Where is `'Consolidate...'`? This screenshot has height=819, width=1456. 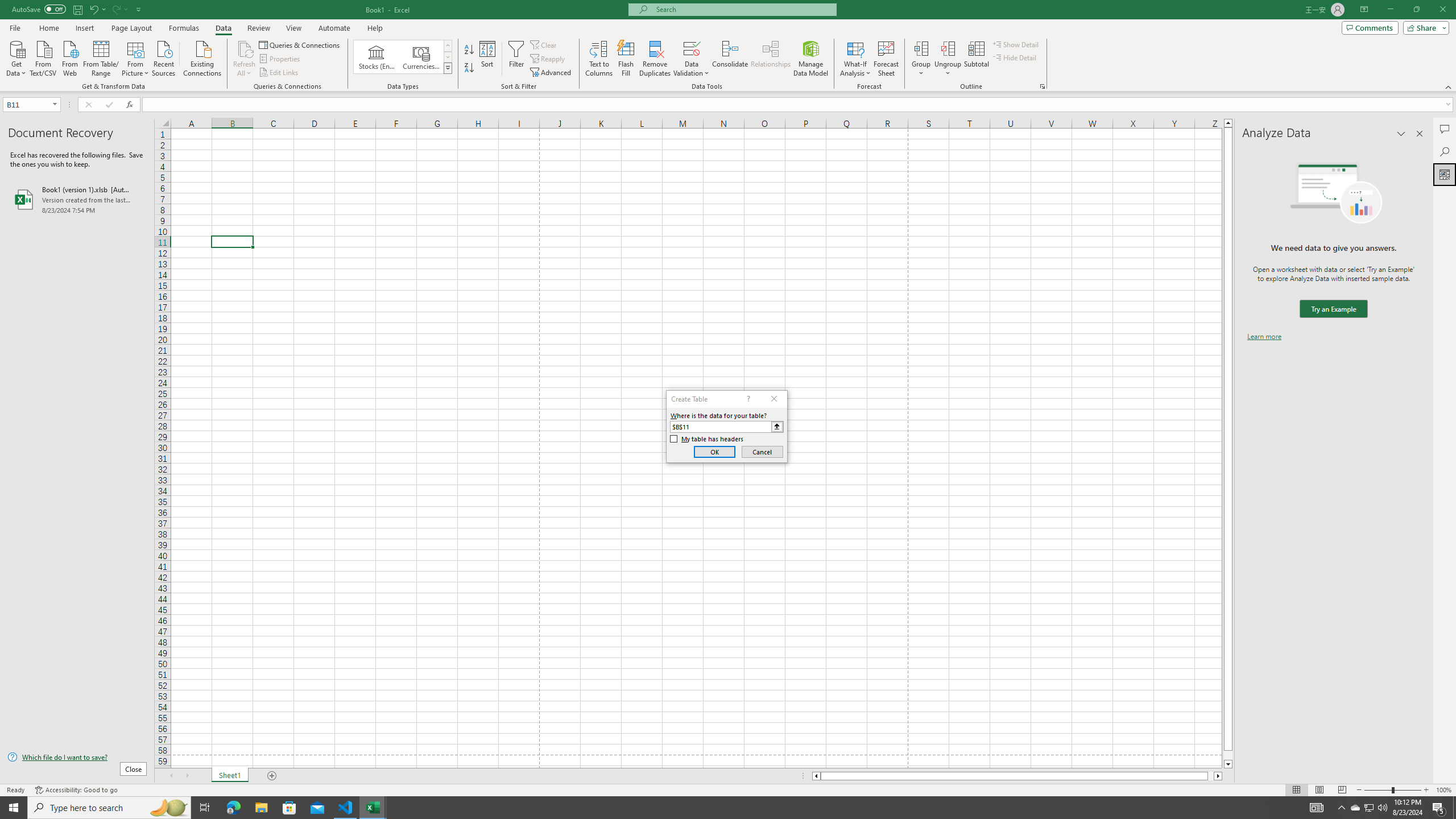 'Consolidate...' is located at coordinates (730, 59).